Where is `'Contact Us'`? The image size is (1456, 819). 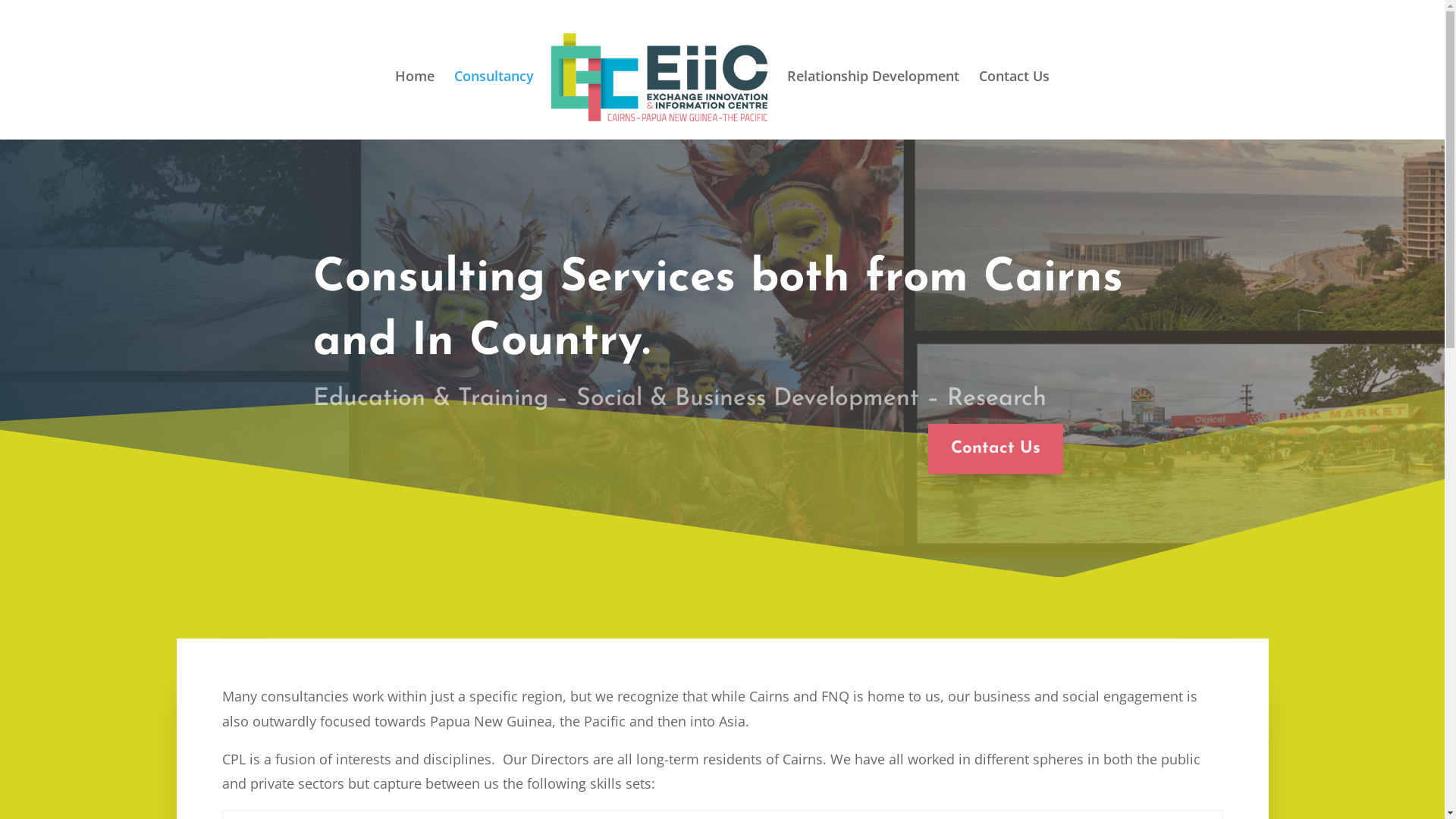 'Contact Us' is located at coordinates (1014, 97).